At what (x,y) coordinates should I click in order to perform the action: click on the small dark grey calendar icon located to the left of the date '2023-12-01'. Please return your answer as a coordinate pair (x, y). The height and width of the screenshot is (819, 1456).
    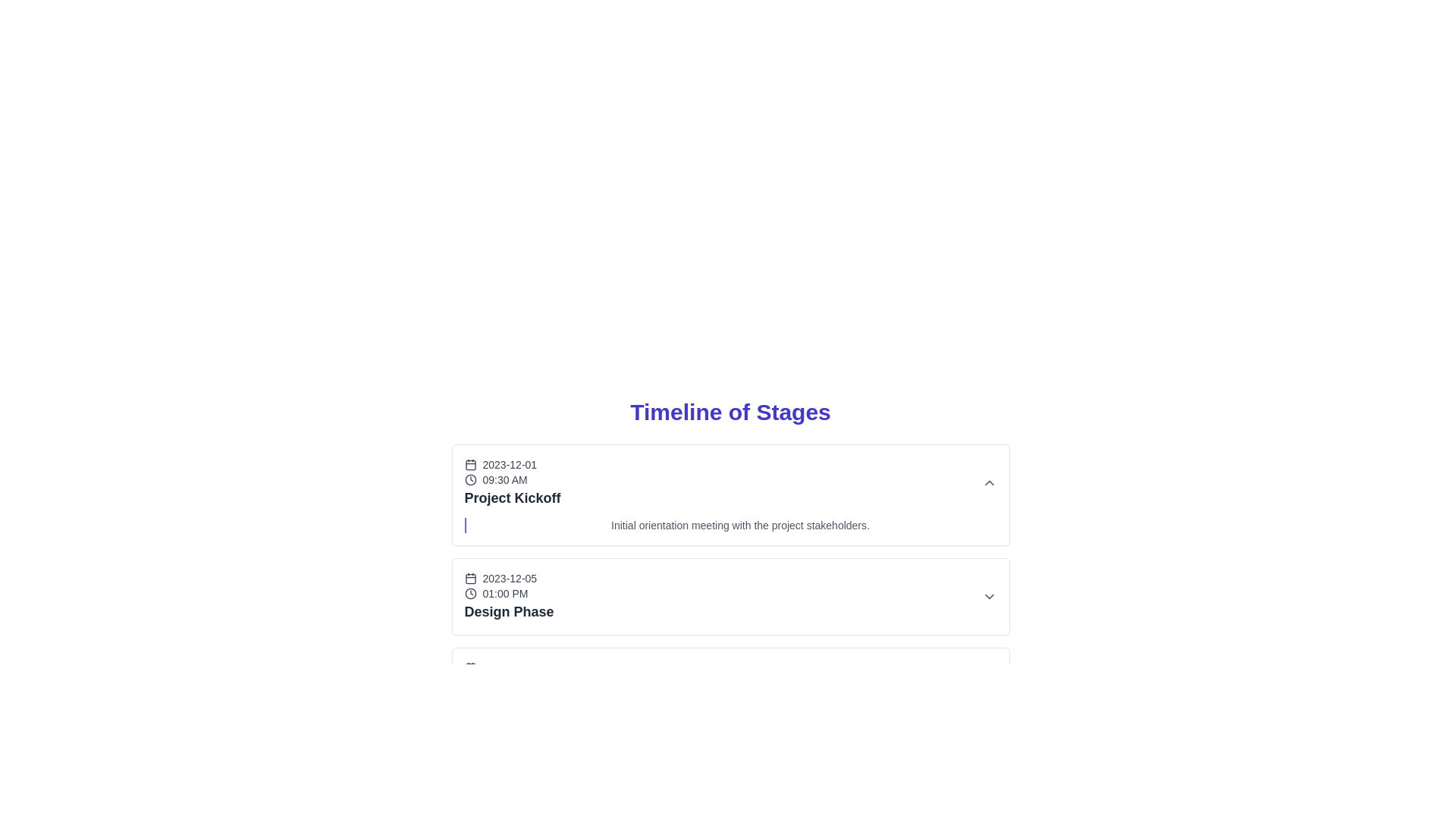
    Looking at the image, I should click on (469, 464).